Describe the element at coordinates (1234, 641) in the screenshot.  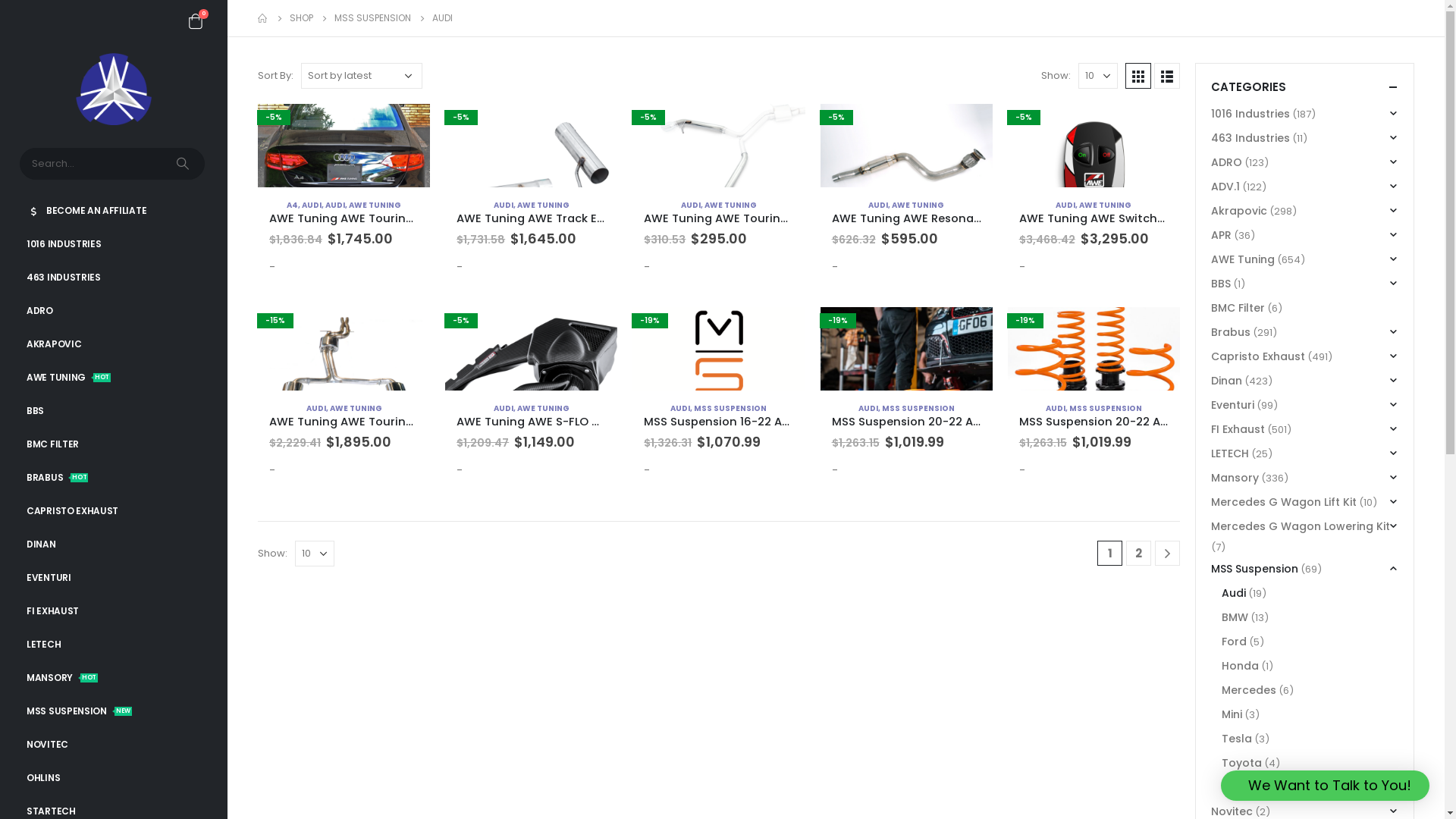
I see `'Ford'` at that location.